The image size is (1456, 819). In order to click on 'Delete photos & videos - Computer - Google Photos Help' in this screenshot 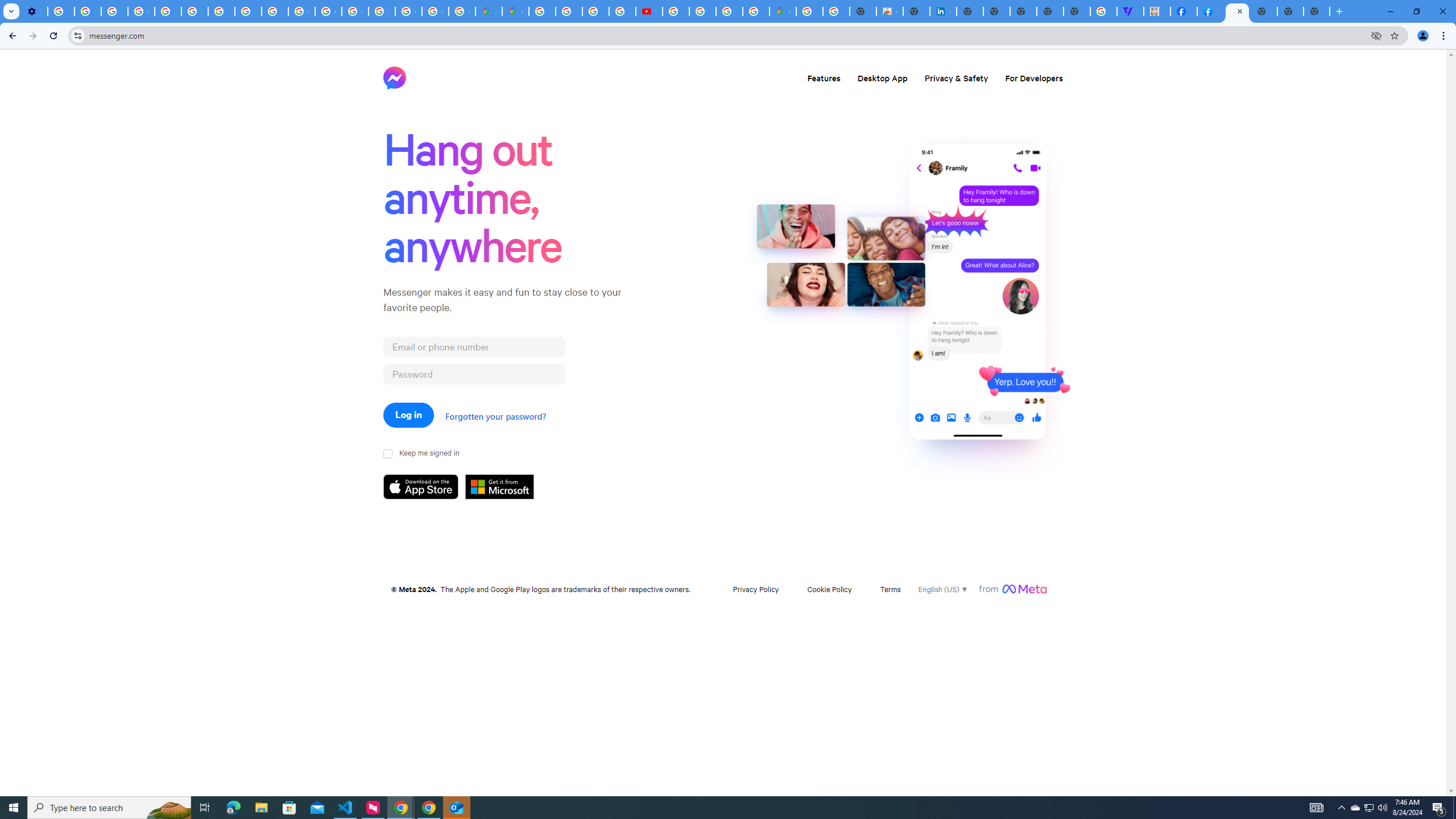, I will do `click(60, 11)`.